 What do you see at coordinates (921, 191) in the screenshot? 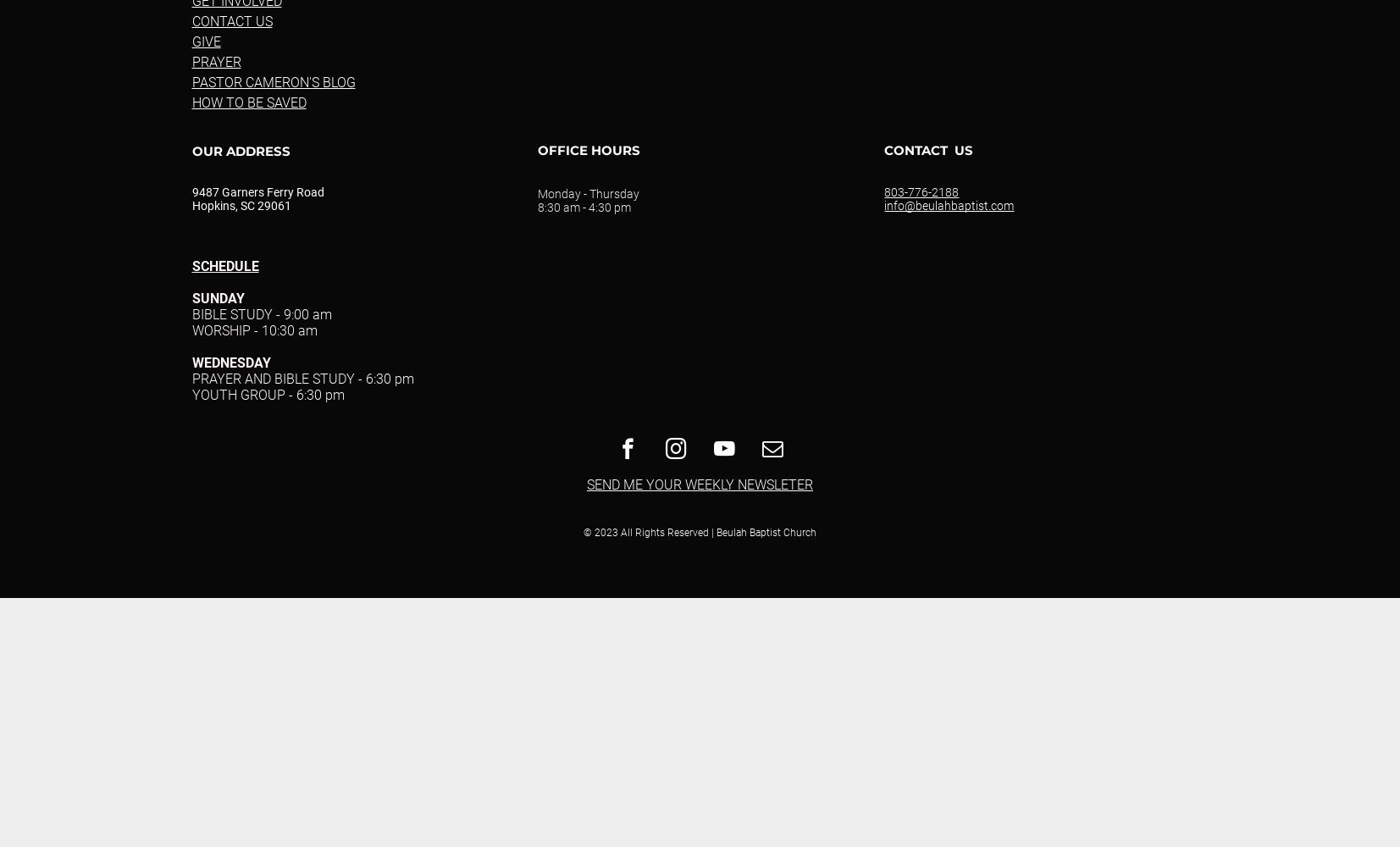
I see `'803-776-2188'` at bounding box center [921, 191].